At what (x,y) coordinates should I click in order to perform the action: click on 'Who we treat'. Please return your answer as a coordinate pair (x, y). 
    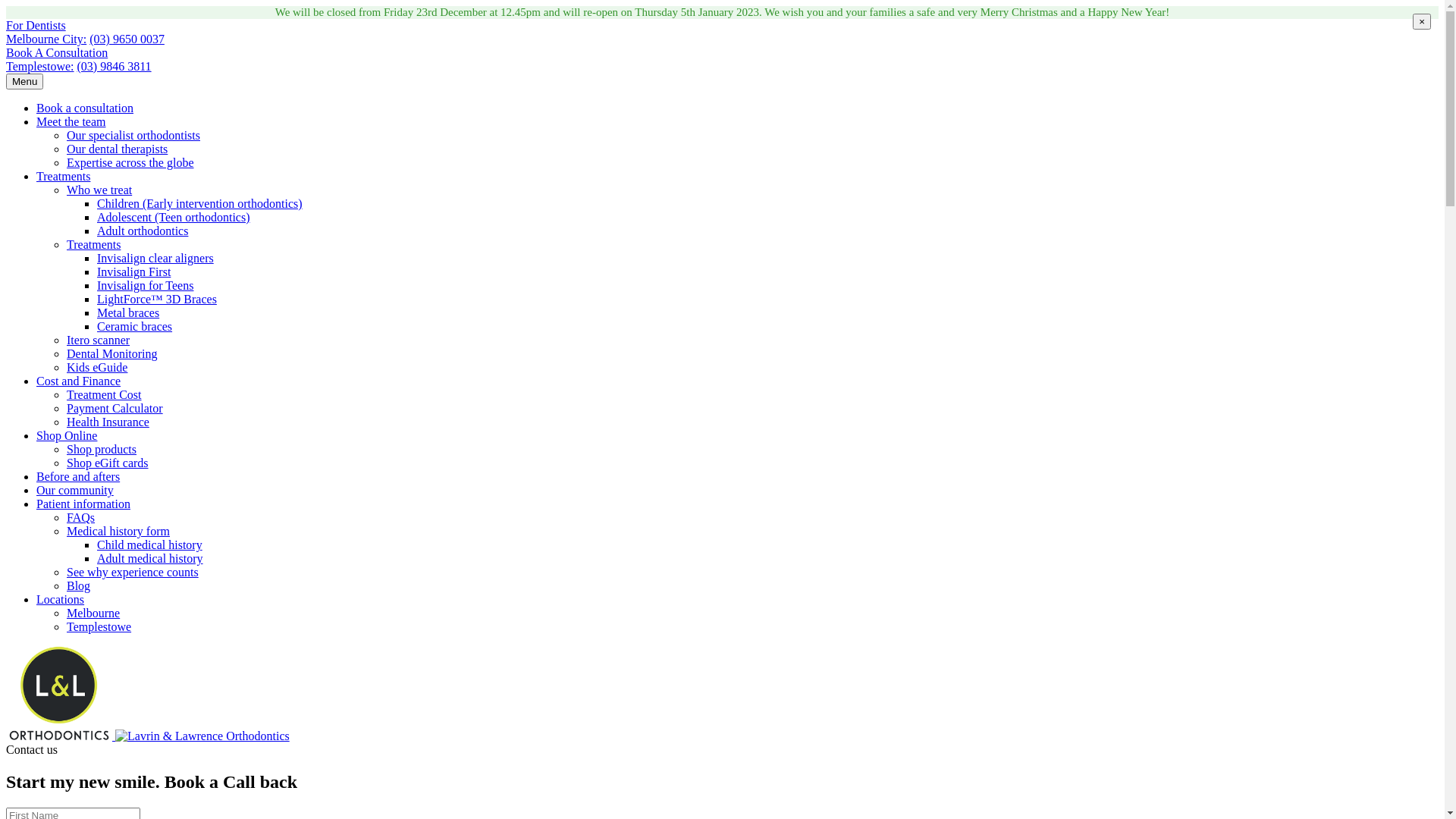
    Looking at the image, I should click on (65, 189).